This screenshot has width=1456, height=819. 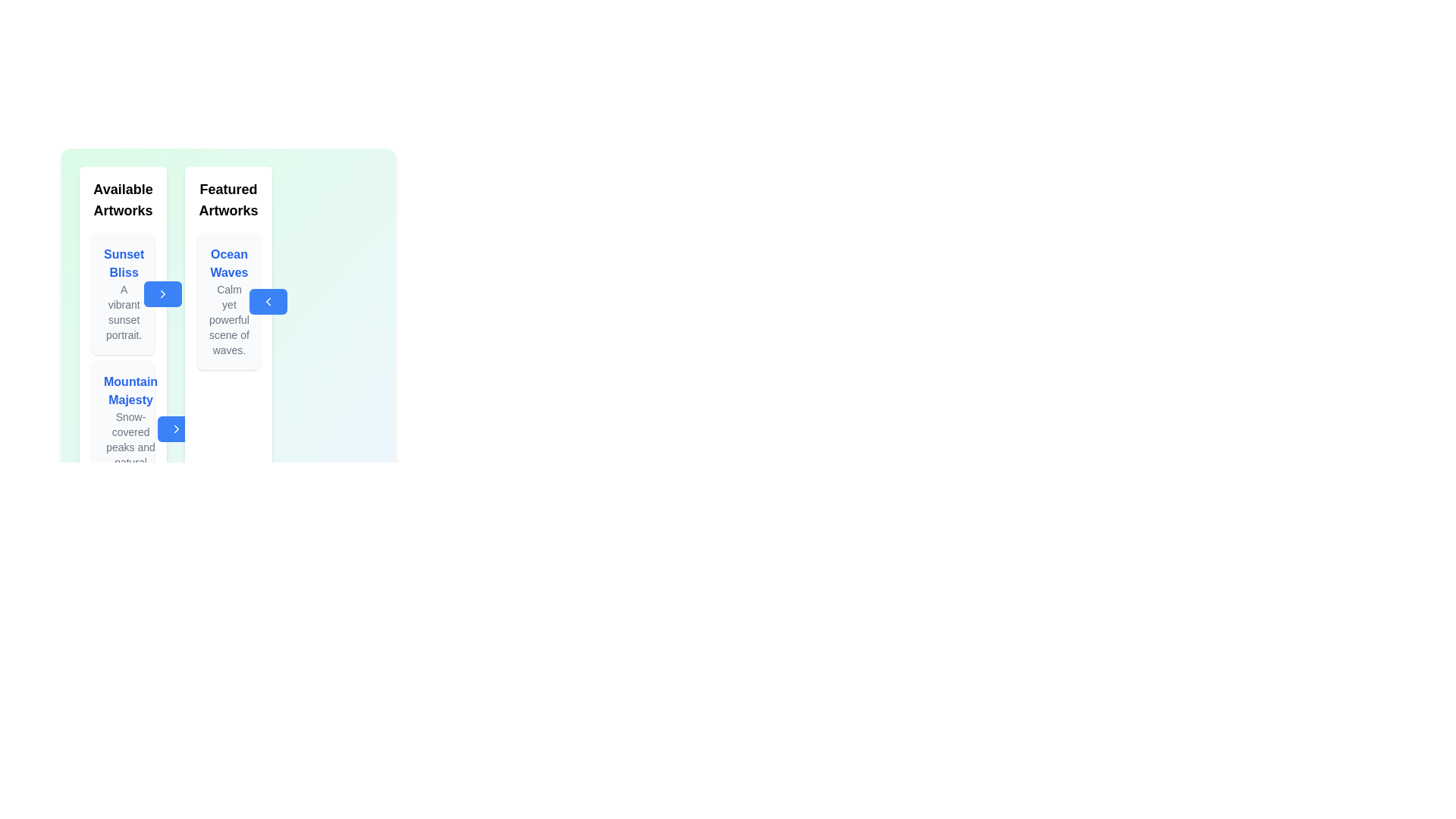 What do you see at coordinates (130, 429) in the screenshot?
I see `the details of the artwork titled Mountain Majesty` at bounding box center [130, 429].